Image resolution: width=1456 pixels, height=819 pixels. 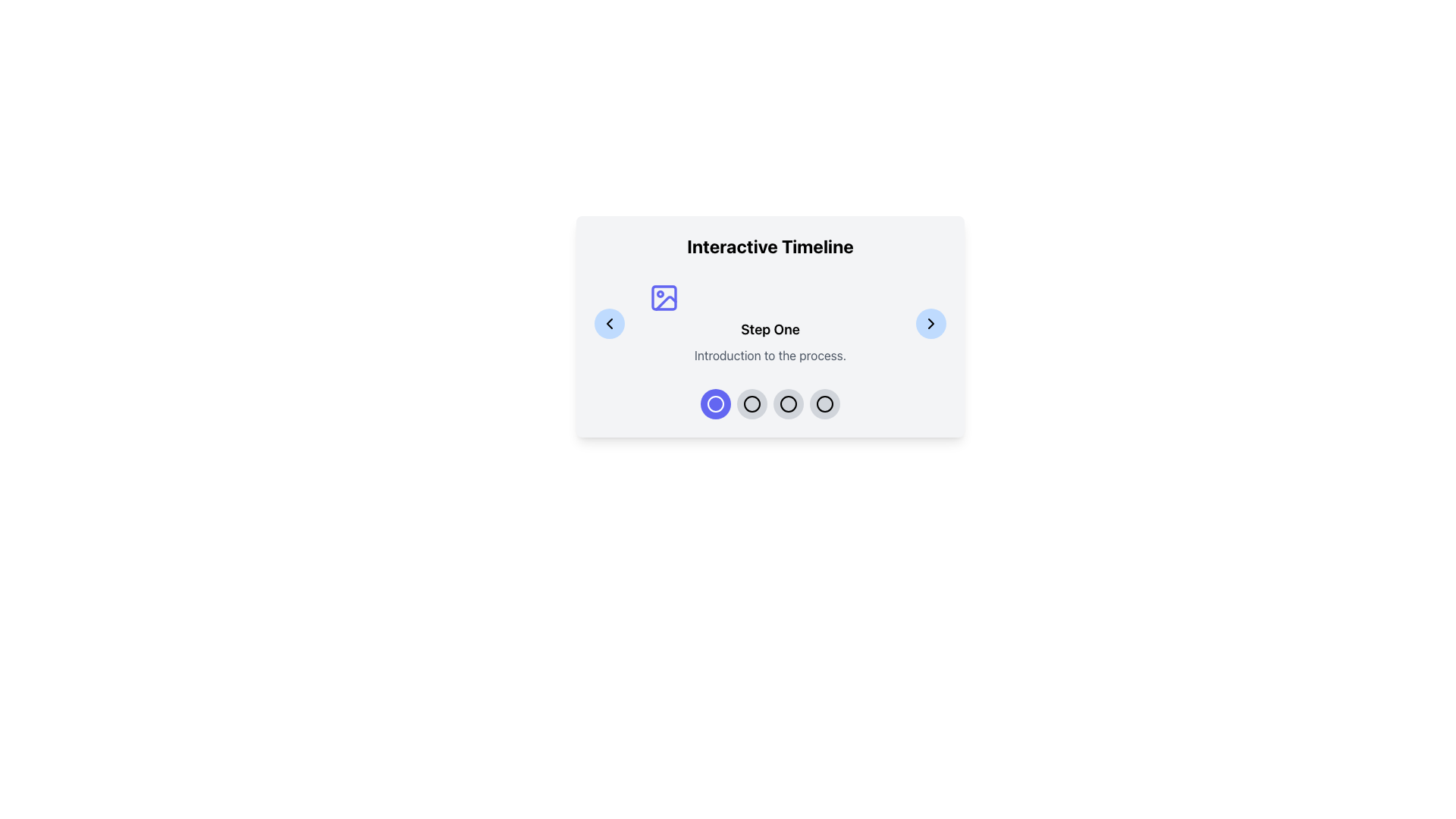 I want to click on the bold text header labeled 'Step One' which is centrally located below an icon and above descriptive text, so click(x=770, y=329).